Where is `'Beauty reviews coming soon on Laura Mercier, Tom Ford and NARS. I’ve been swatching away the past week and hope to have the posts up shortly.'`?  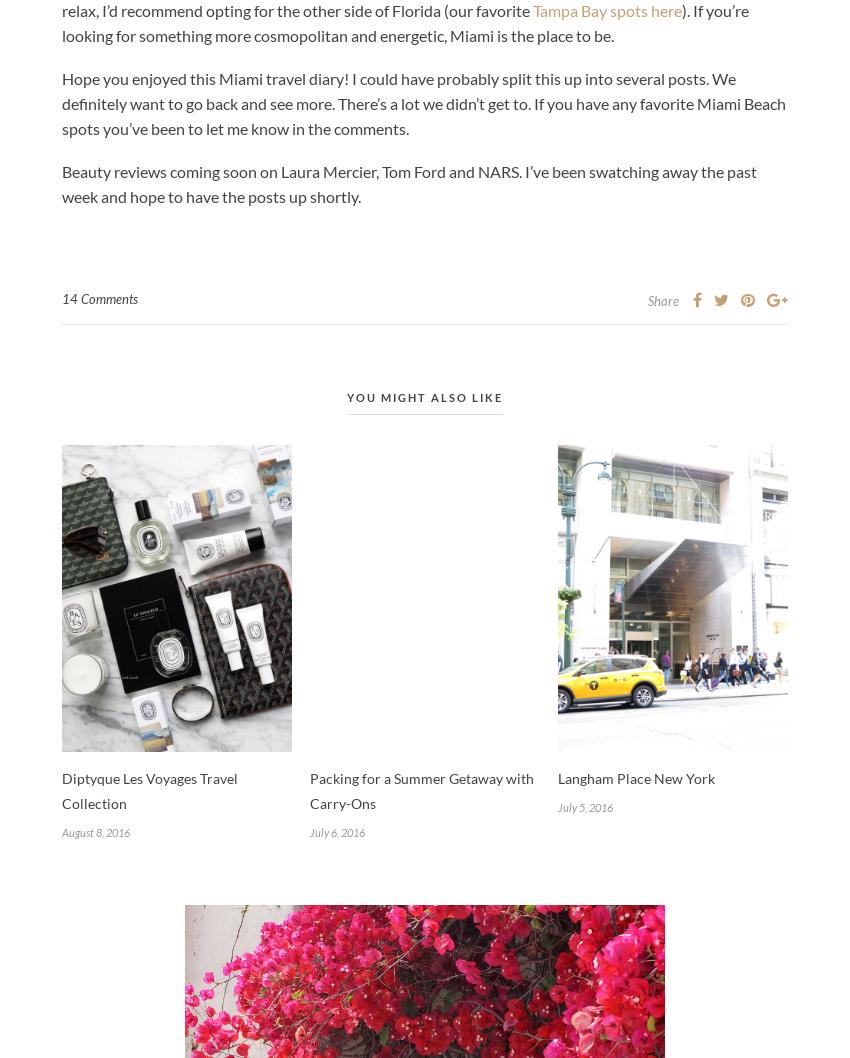 'Beauty reviews coming soon on Laura Mercier, Tom Ford and NARS. I’ve been swatching away the past week and hope to have the posts up shortly.' is located at coordinates (409, 183).